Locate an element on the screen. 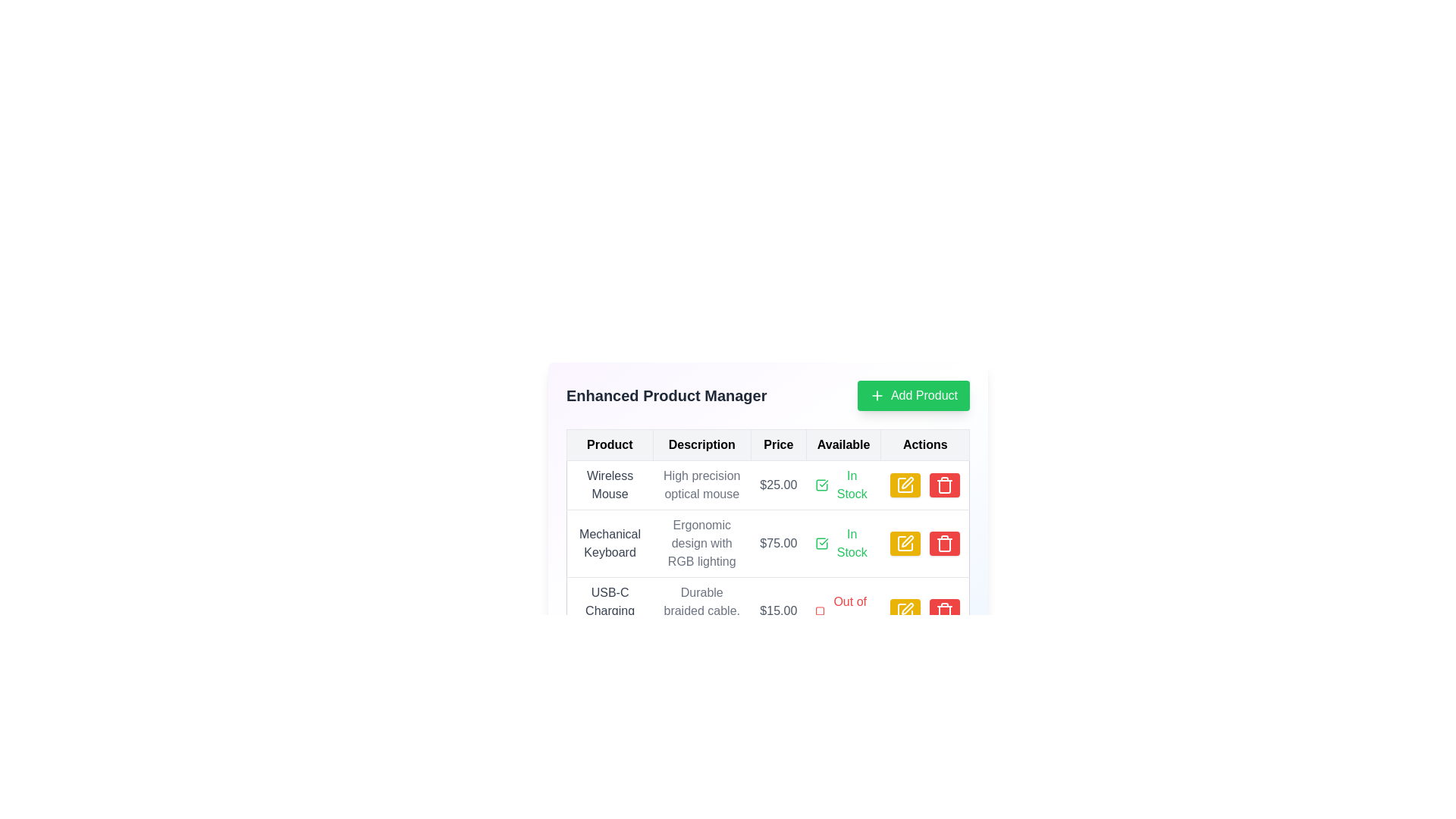  the middle component of the SVG trash can icon, which is located in the 'Actions' section of the table is located at coordinates (943, 486).